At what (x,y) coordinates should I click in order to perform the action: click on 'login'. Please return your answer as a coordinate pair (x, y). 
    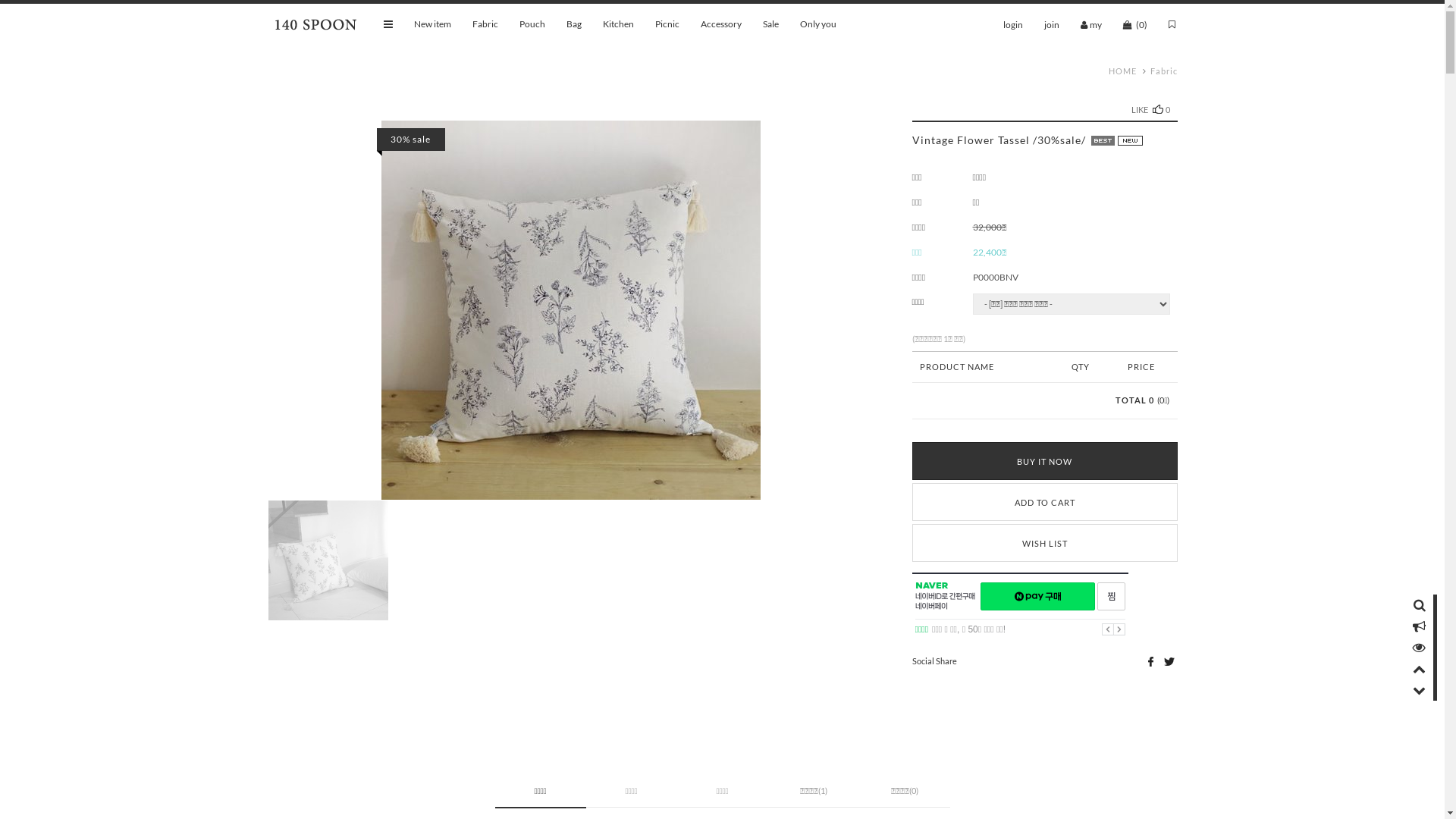
    Looking at the image, I should click on (1012, 24).